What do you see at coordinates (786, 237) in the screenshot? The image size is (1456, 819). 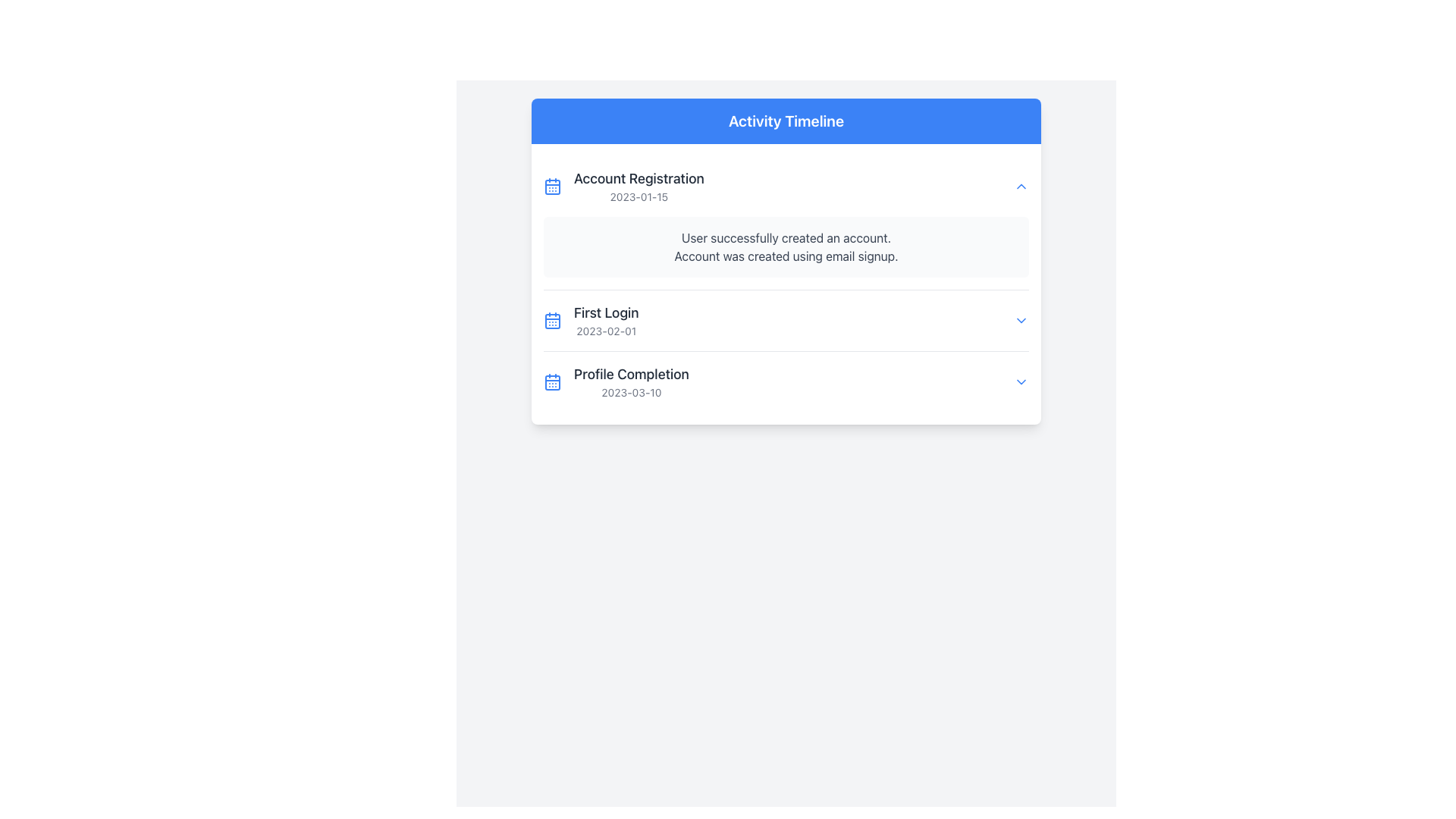 I see `the static text displaying 'User successfully created an account.' which is located within the 'Activity Timeline' panel under the 'Account Registration' section` at bounding box center [786, 237].